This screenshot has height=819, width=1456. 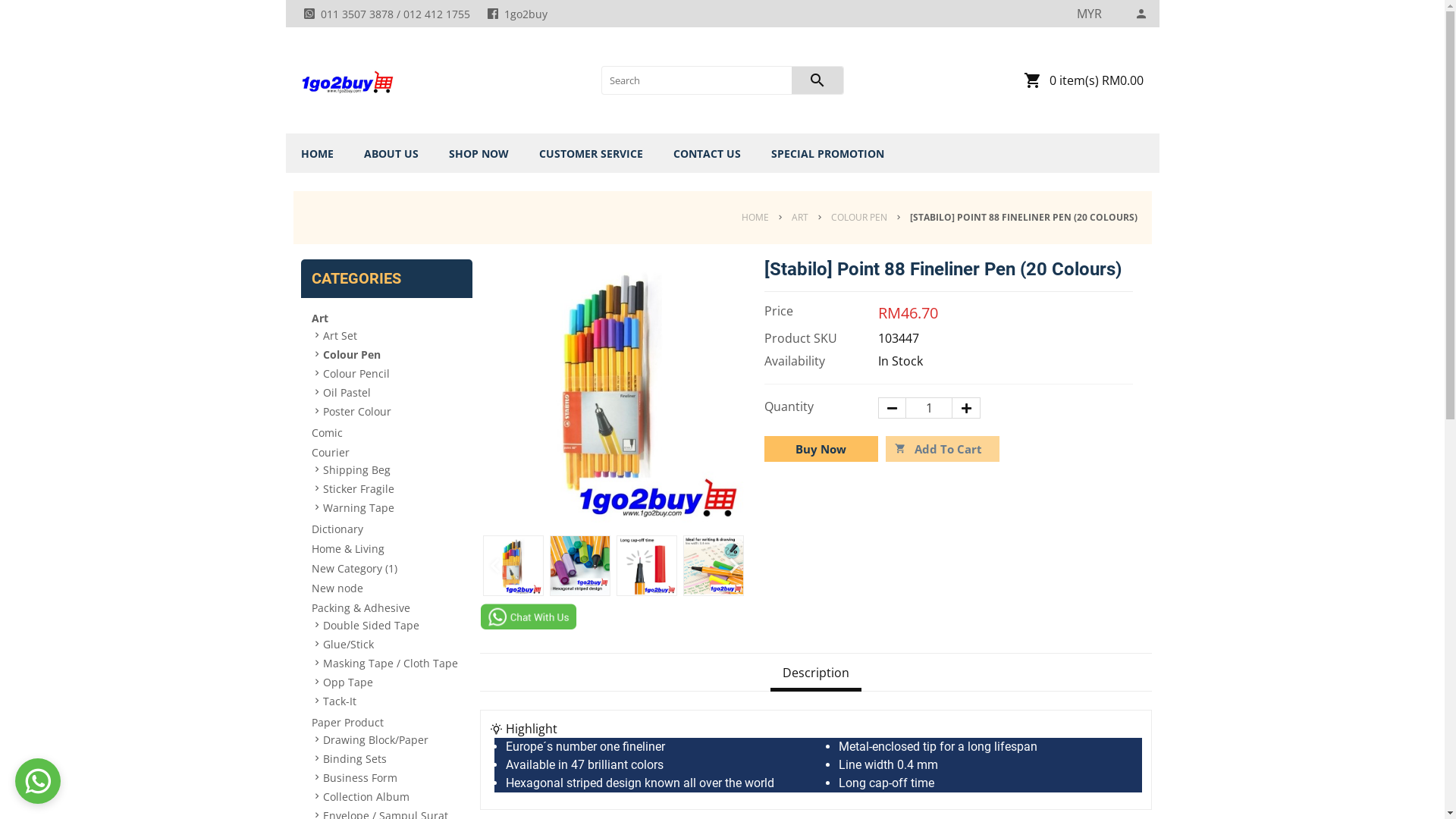 I want to click on 'Paper Product', so click(x=309, y=721).